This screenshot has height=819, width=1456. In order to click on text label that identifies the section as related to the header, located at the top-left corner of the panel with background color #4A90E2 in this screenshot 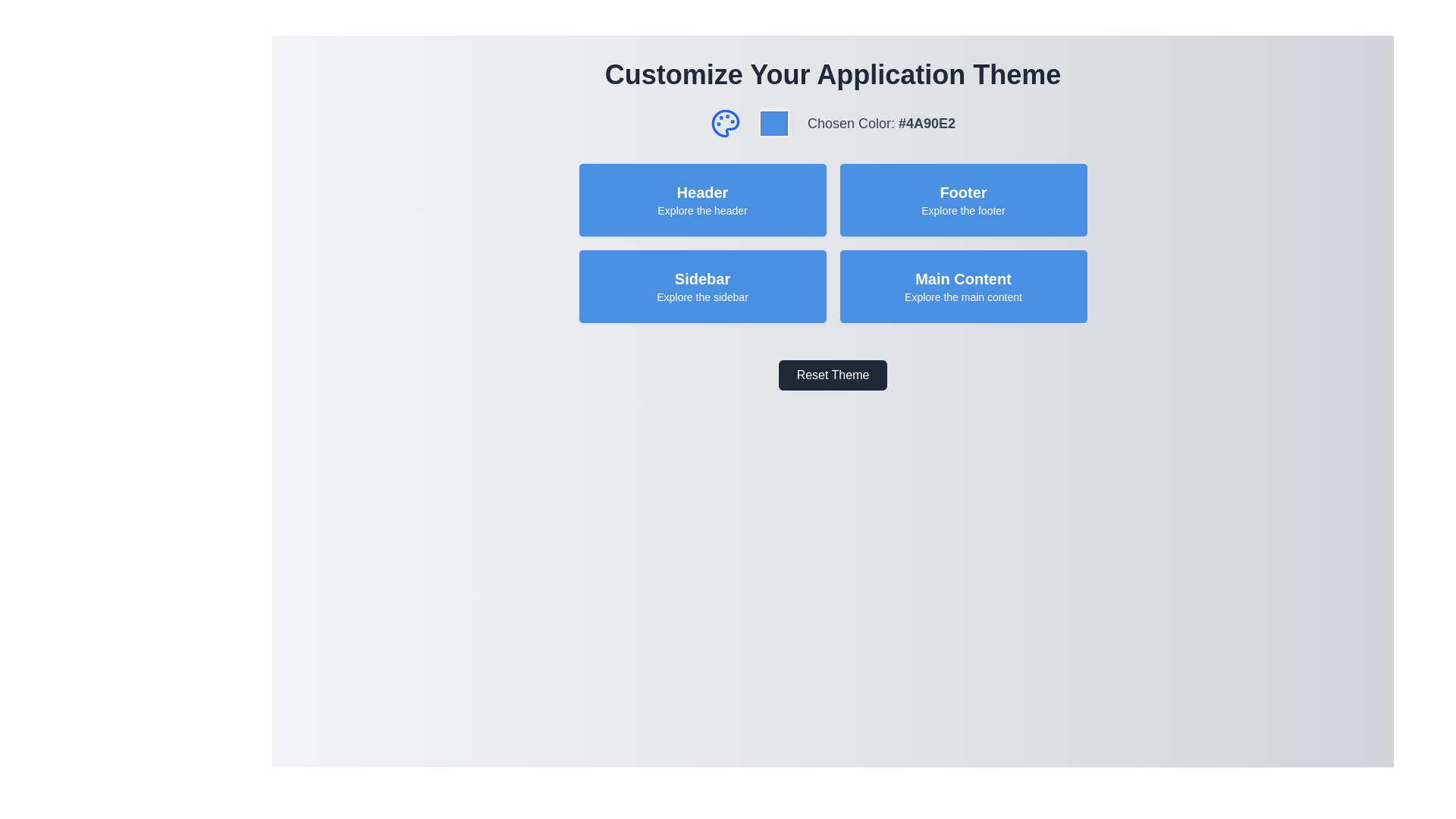, I will do `click(701, 192)`.